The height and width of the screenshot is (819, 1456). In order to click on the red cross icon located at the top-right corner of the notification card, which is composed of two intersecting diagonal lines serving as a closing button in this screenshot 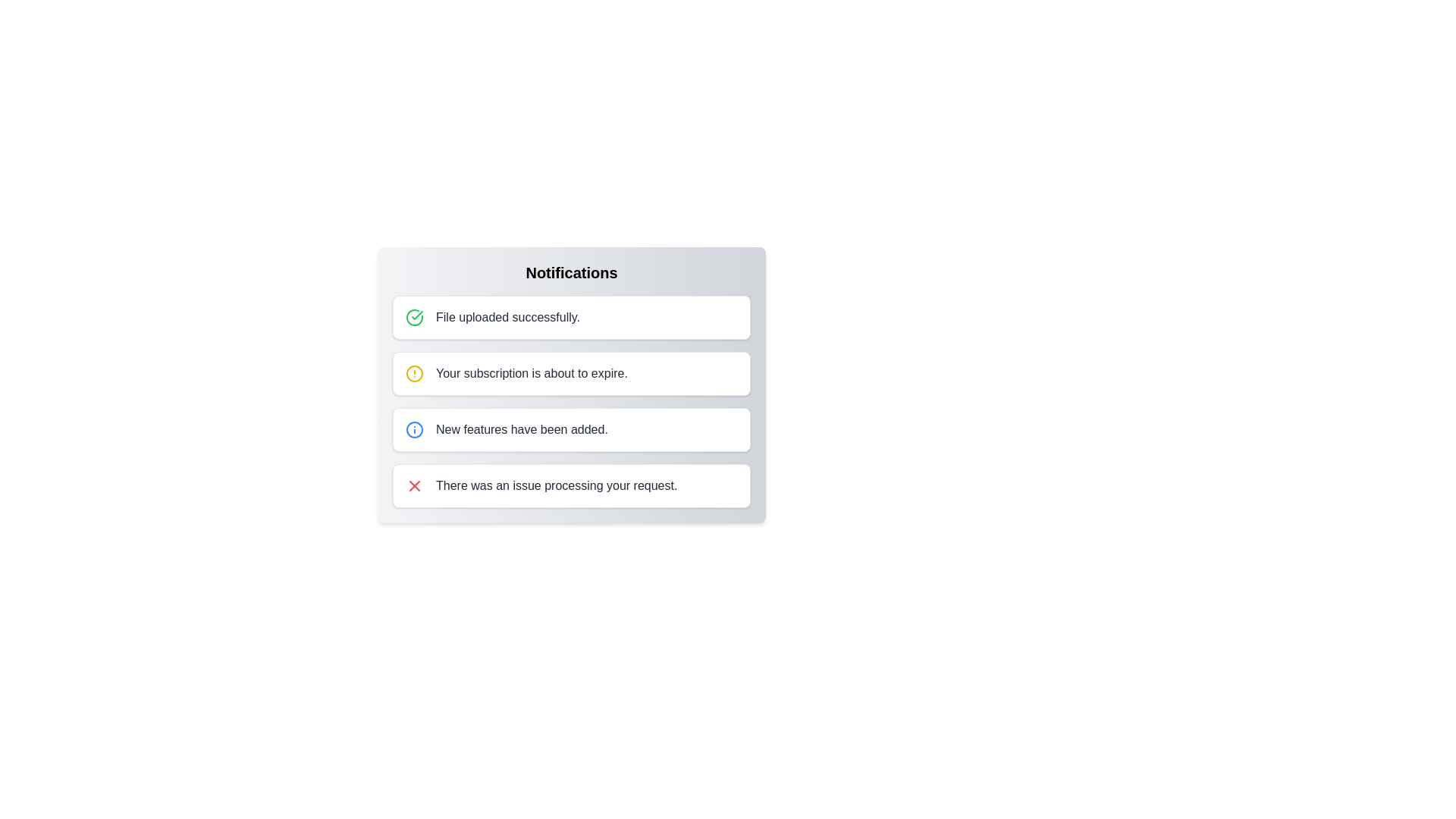, I will do `click(415, 485)`.